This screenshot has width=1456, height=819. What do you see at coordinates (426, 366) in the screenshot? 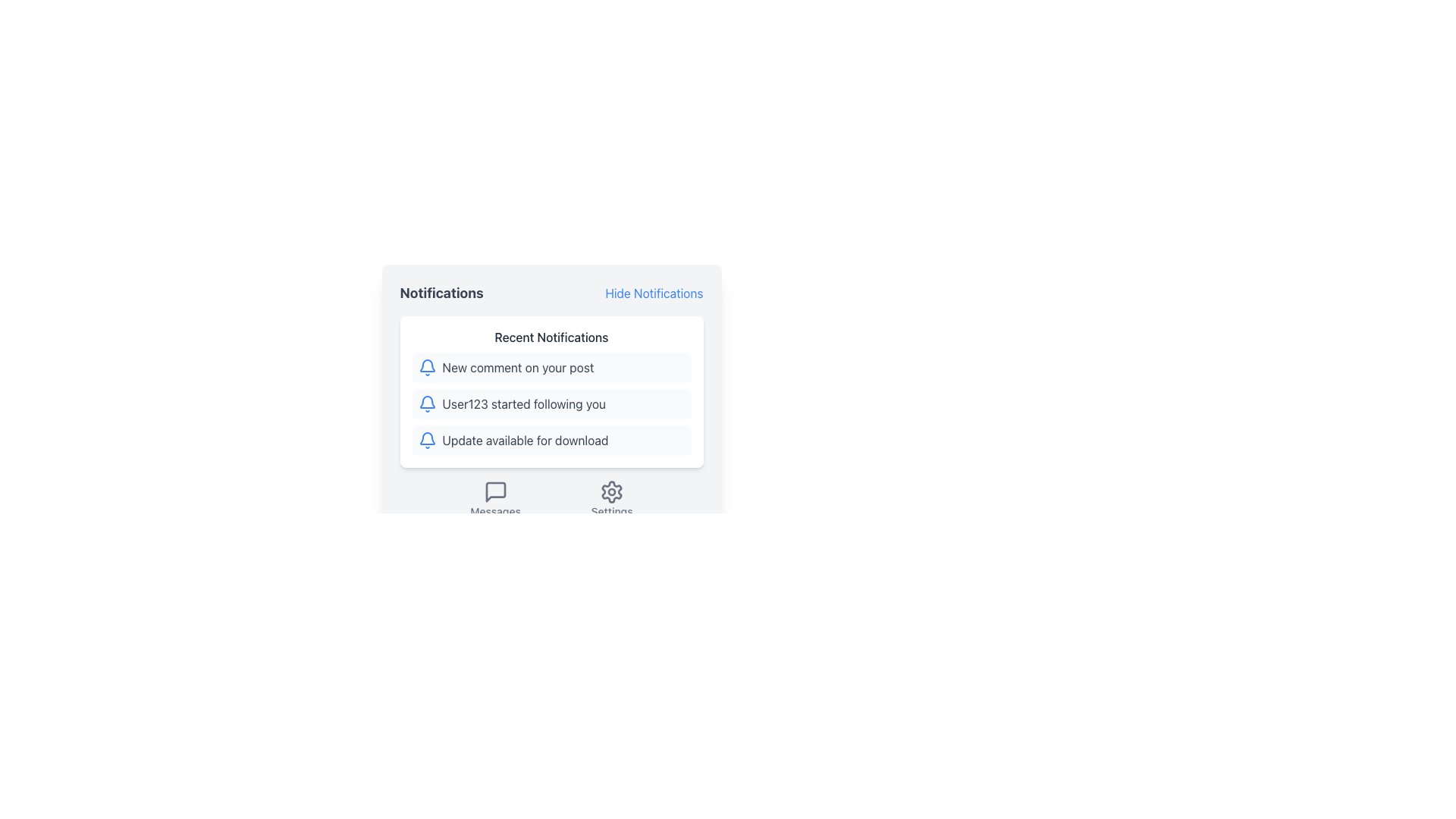
I see `the blue-stroke outline bell icon located centrally near the top of the notification panel, which indicates the notification feature` at bounding box center [426, 366].